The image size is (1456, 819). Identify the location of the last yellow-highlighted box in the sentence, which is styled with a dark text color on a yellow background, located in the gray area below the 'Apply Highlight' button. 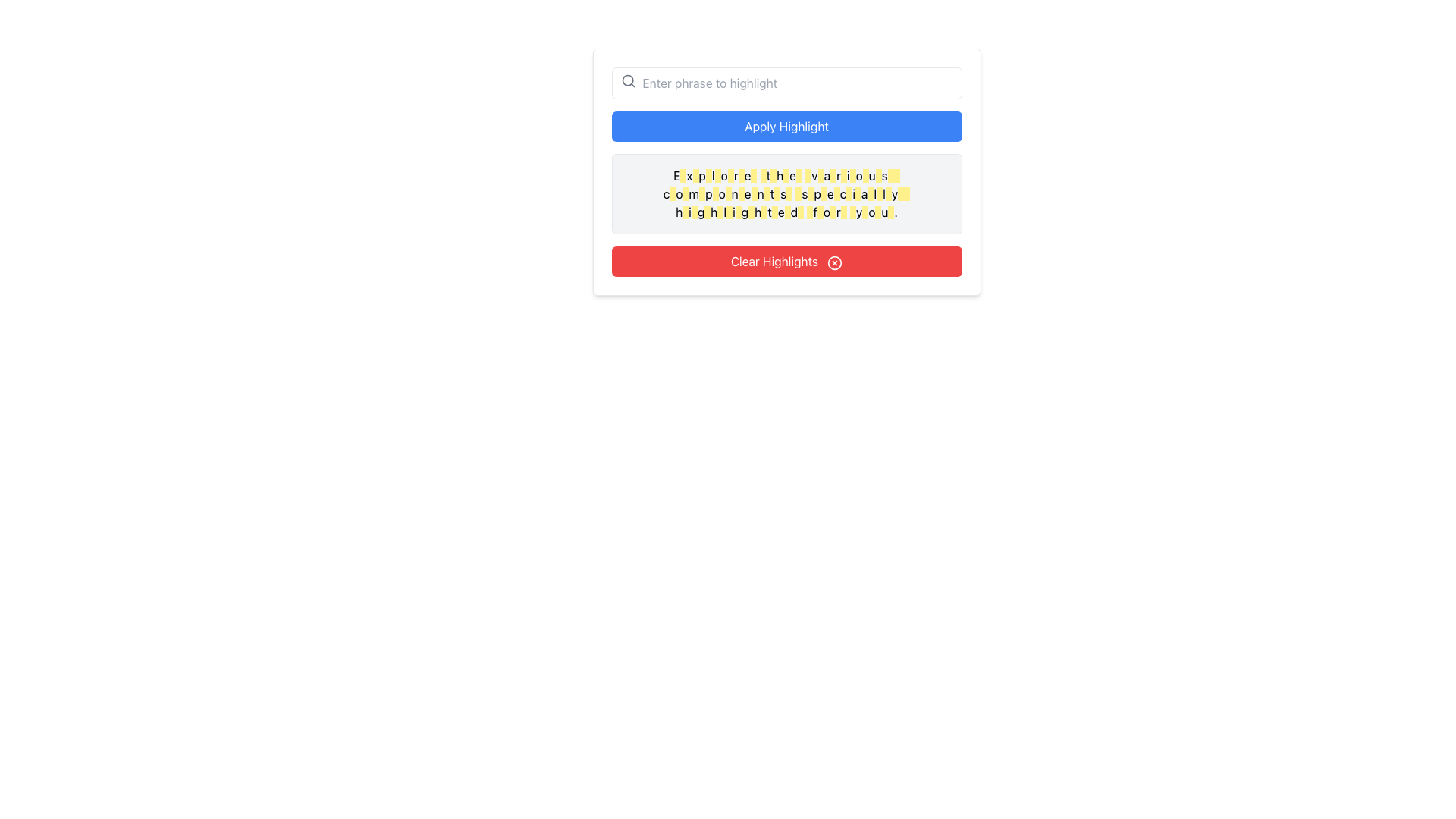
(896, 174).